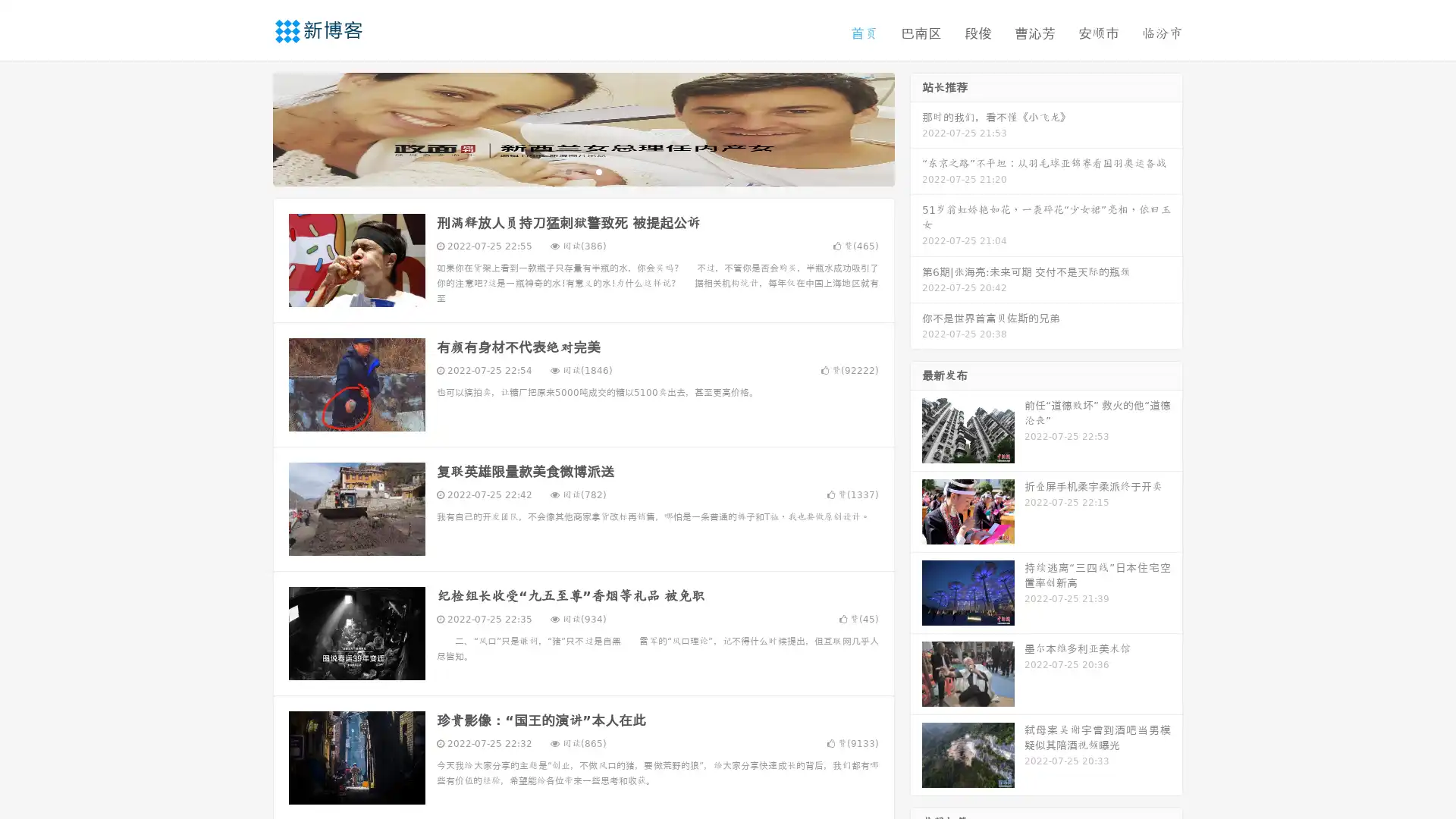 The image size is (1456, 819). Describe the element at coordinates (916, 127) in the screenshot. I see `Next slide` at that location.